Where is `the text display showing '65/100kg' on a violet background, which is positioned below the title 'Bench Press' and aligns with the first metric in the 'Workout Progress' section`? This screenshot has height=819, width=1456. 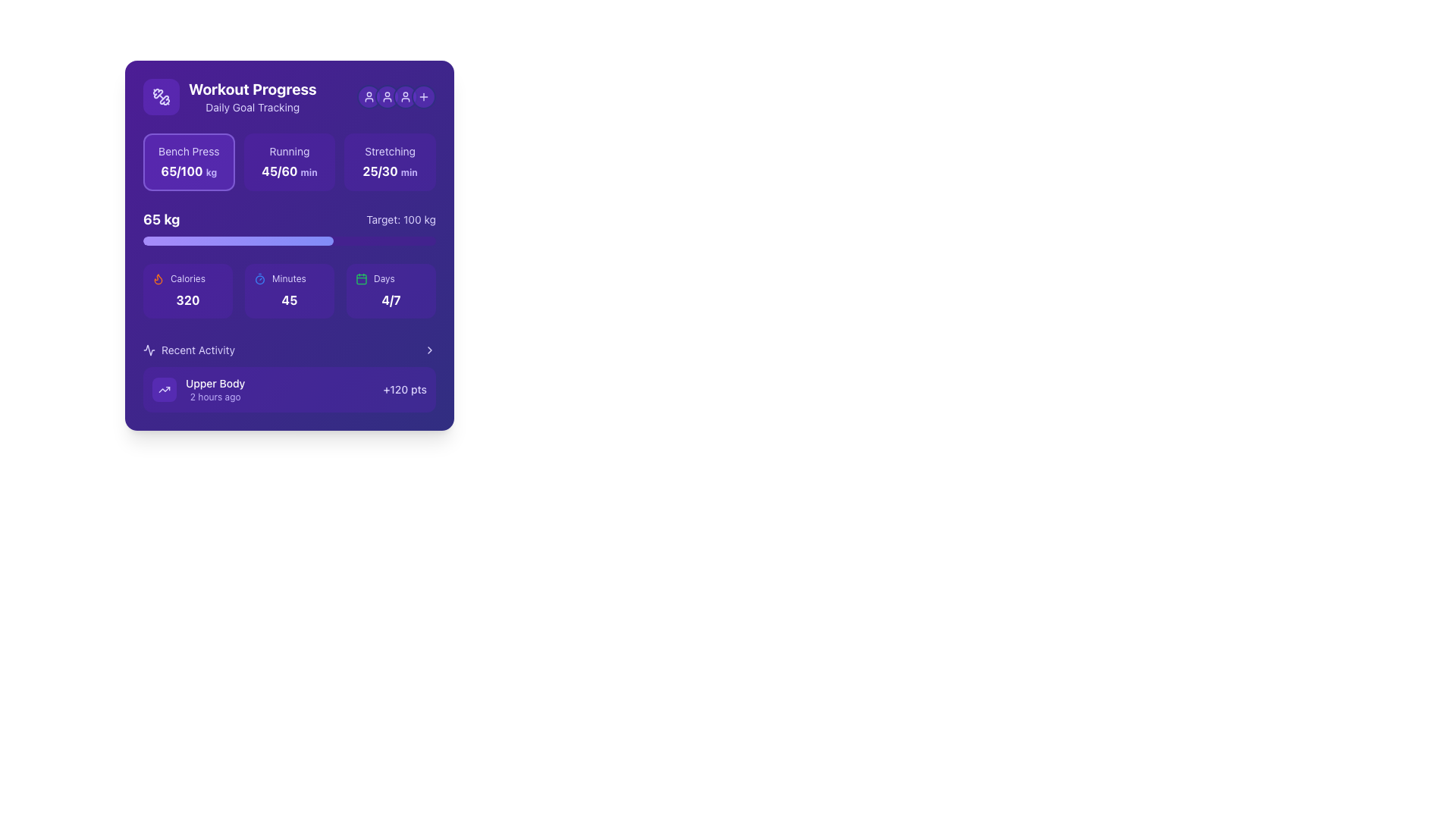 the text display showing '65/100kg' on a violet background, which is positioned below the title 'Bench Press' and aligns with the first metric in the 'Workout Progress' section is located at coordinates (188, 171).